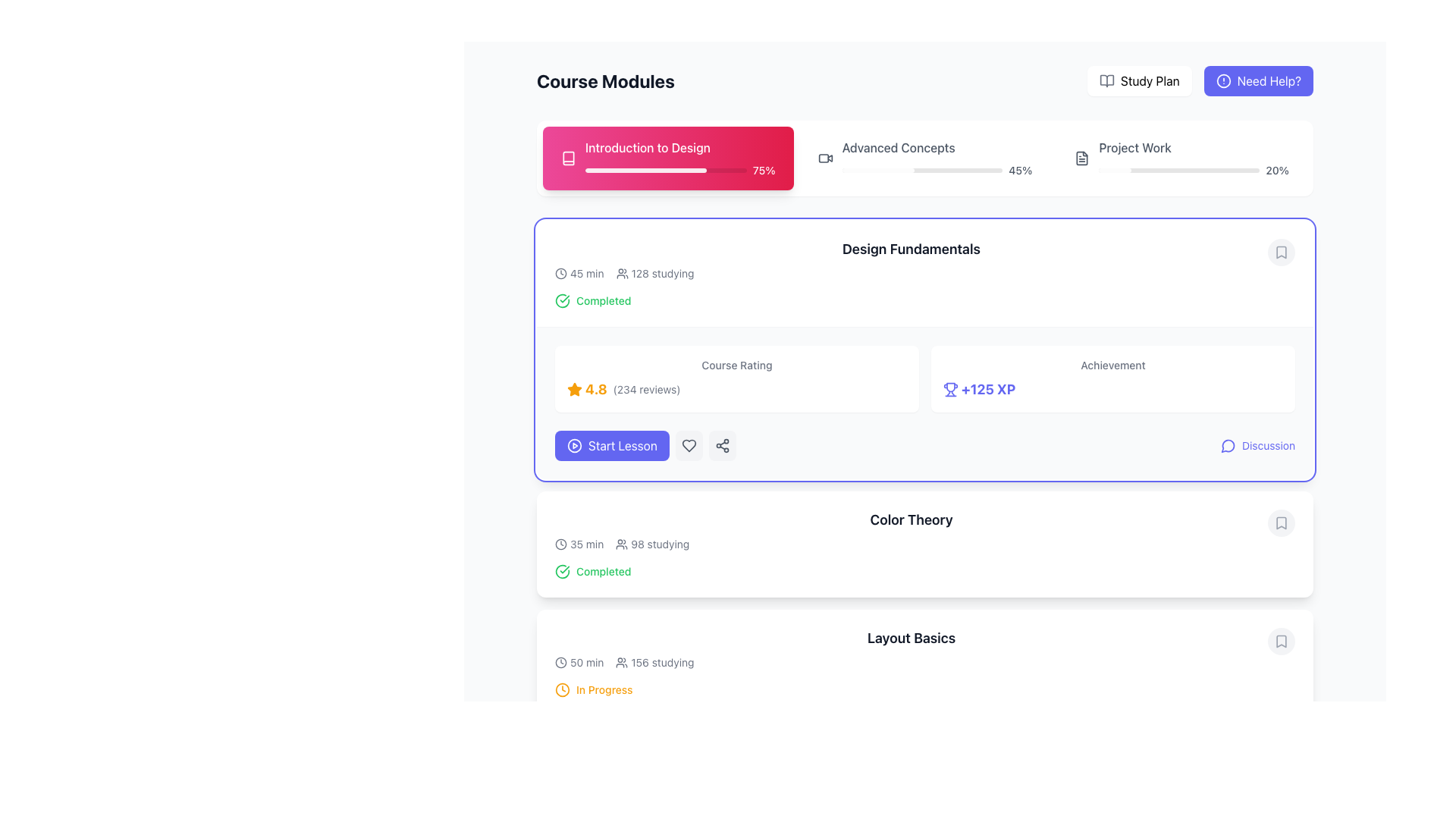 The width and height of the screenshot is (1456, 819). Describe the element at coordinates (604, 81) in the screenshot. I see `the header or title text component located in the top-left portion of the interface, which provides a descriptive label for the course modules` at that location.